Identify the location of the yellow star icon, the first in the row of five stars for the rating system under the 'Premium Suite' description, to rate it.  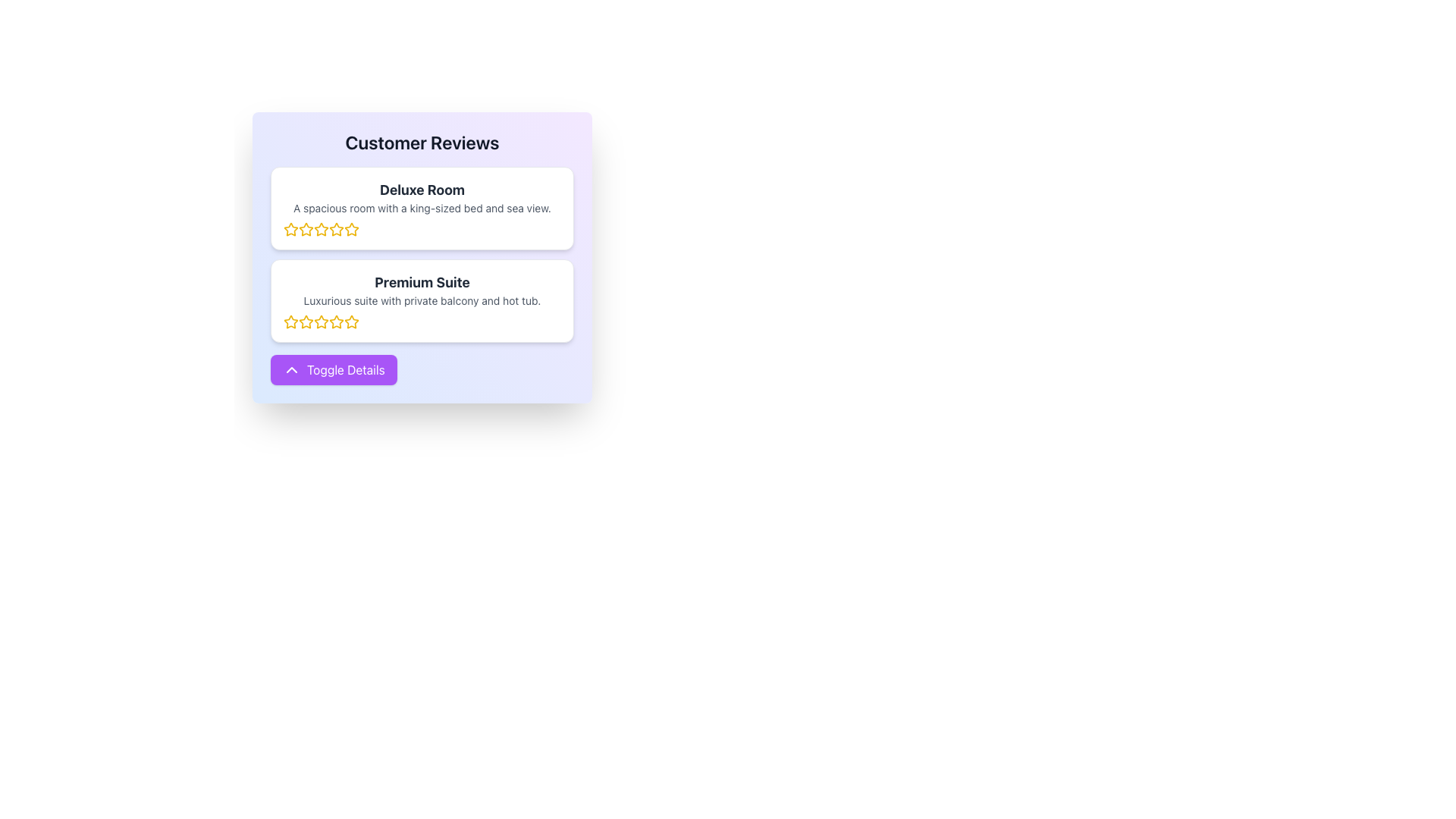
(291, 321).